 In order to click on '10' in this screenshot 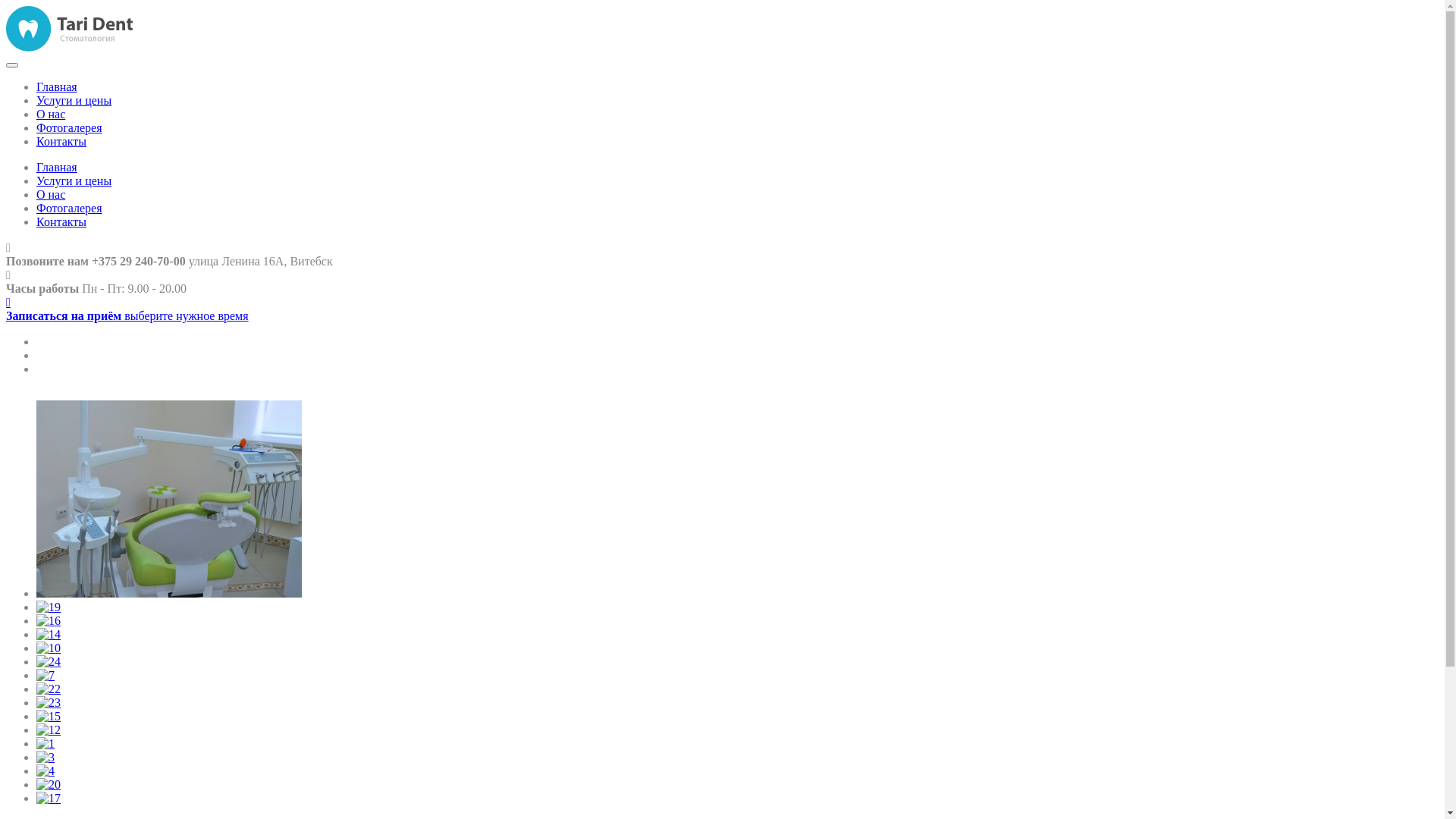, I will do `click(36, 648)`.